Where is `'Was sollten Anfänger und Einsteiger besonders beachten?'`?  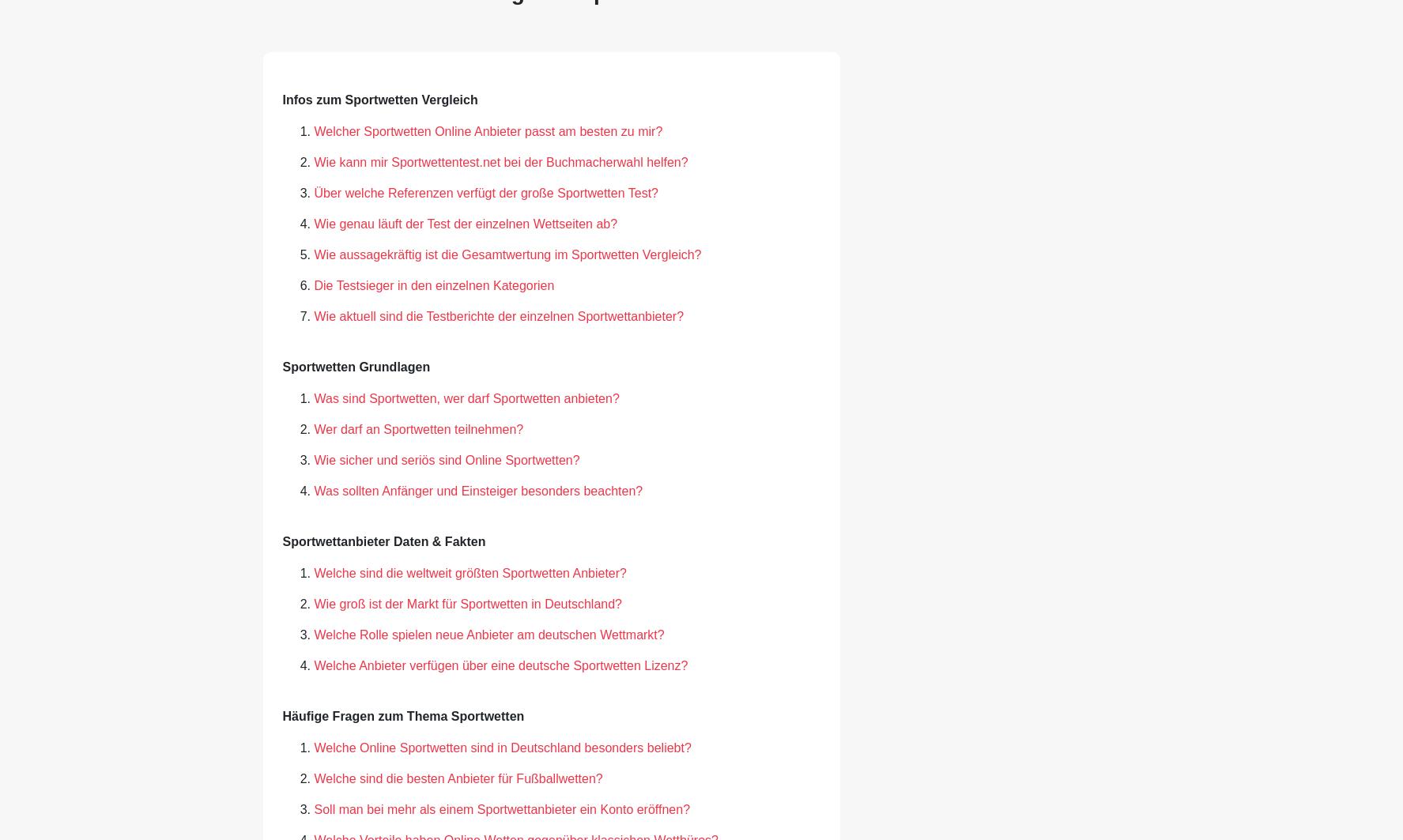
'Was sollten Anfänger und Einsteiger besonders beachten?' is located at coordinates (313, 489).